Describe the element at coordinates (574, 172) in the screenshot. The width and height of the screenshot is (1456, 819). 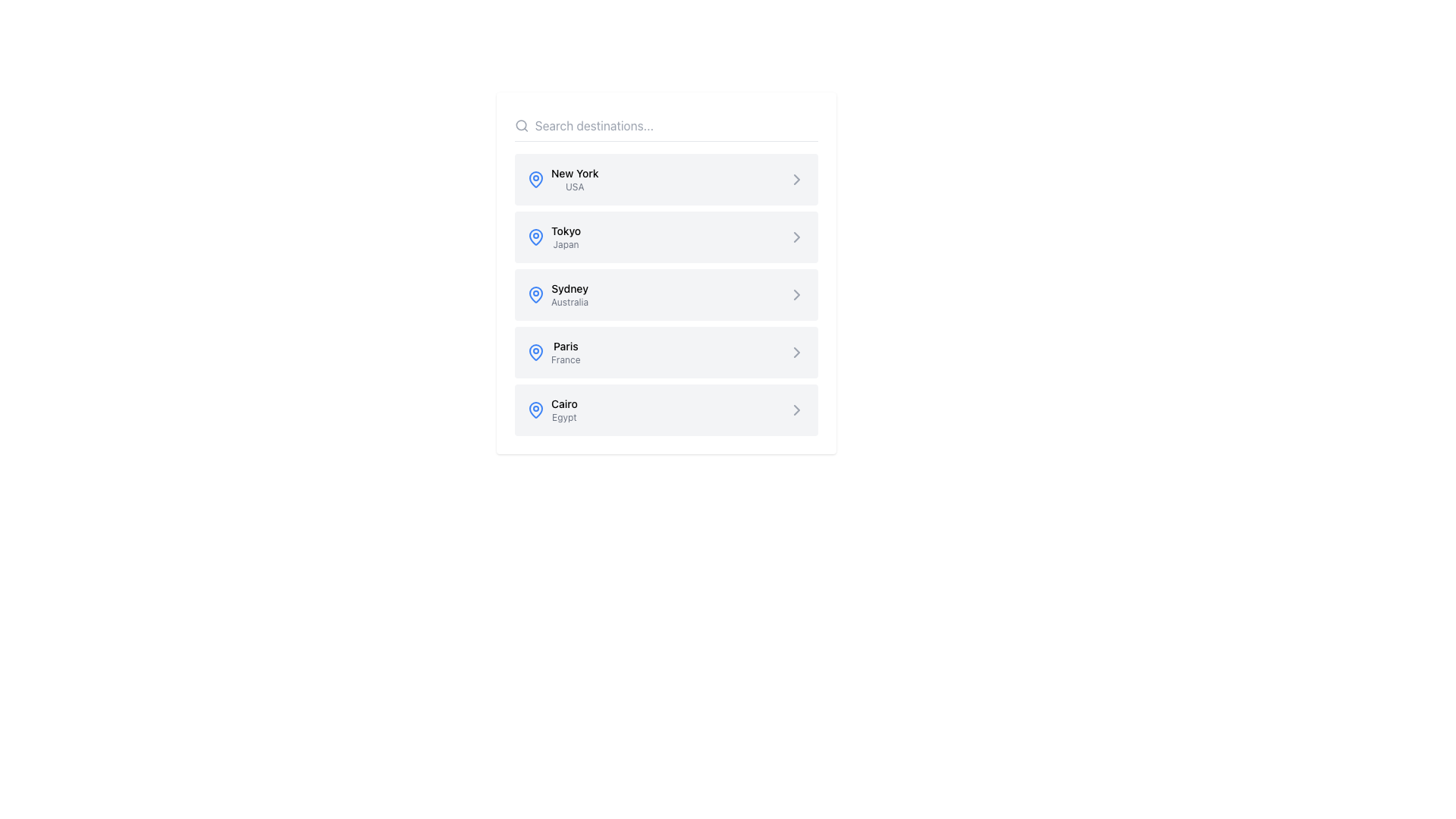
I see `the text label displaying 'New York', which is the primary label for the topmost item in a location list interface` at that location.